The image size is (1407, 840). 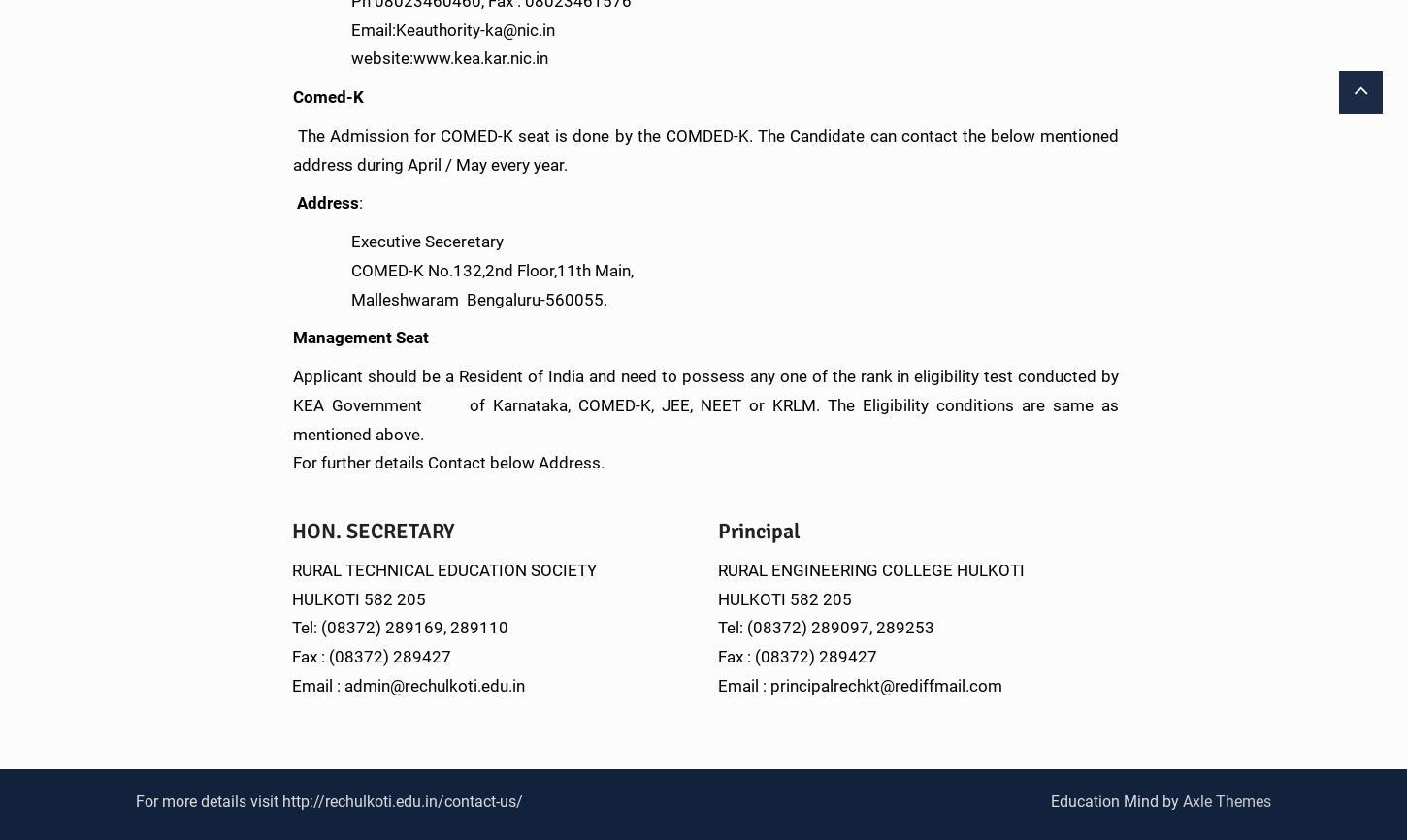 I want to click on 'Malleshwaram  Bengaluru-560055.', so click(x=449, y=298).